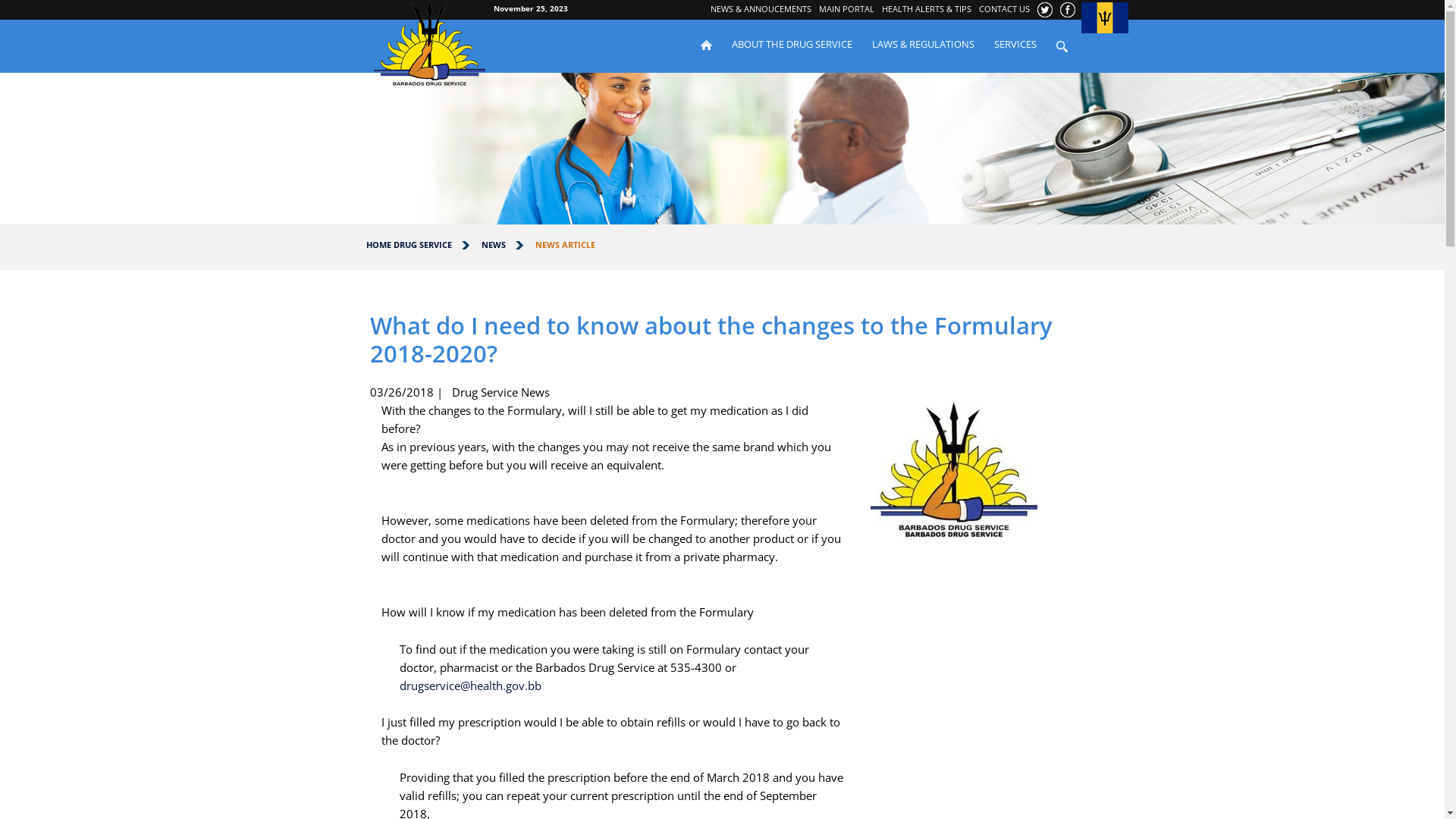  I want to click on 'NEWS ARTICLE', so click(535, 243).